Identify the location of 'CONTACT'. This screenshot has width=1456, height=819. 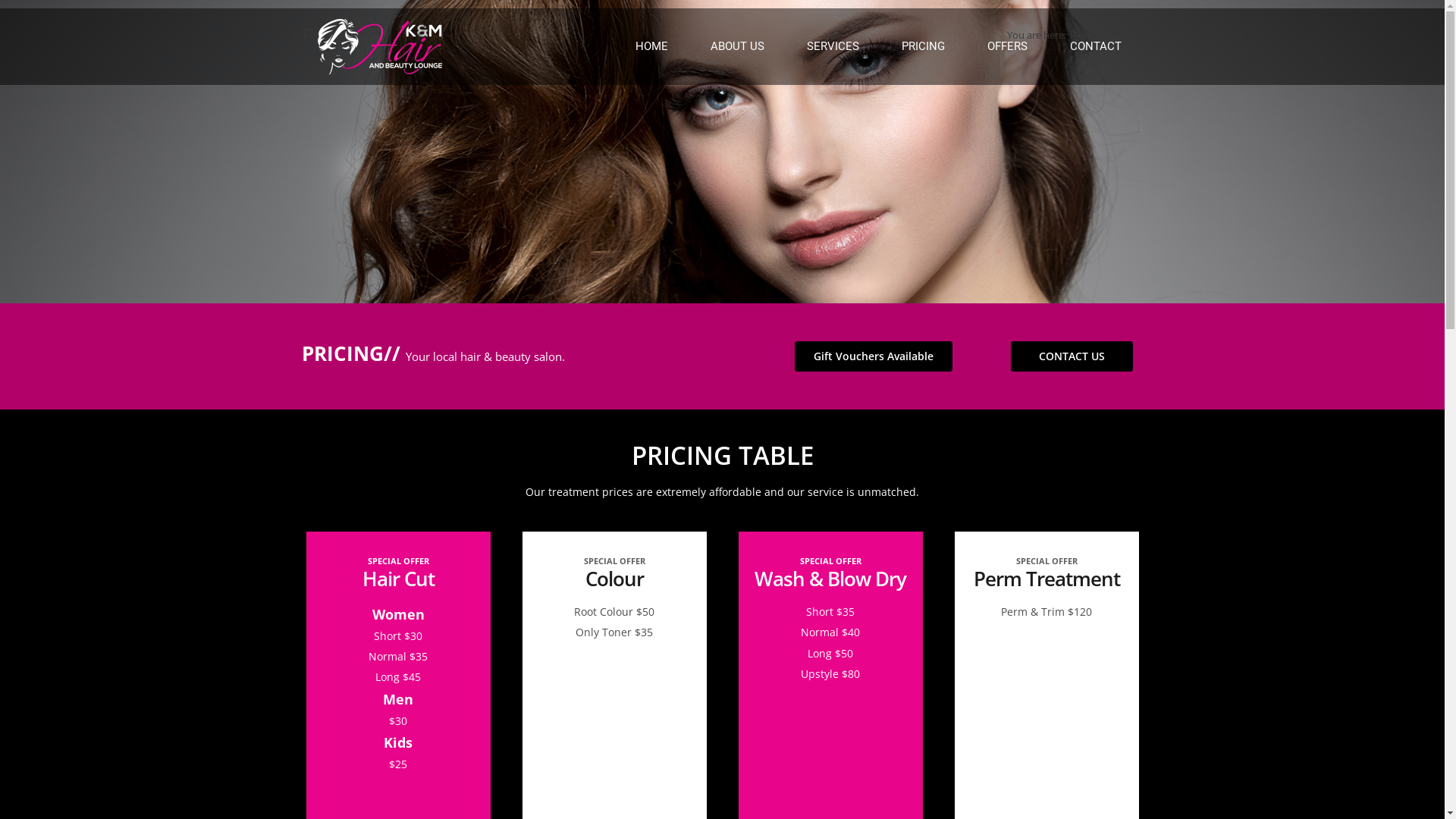
(1095, 45).